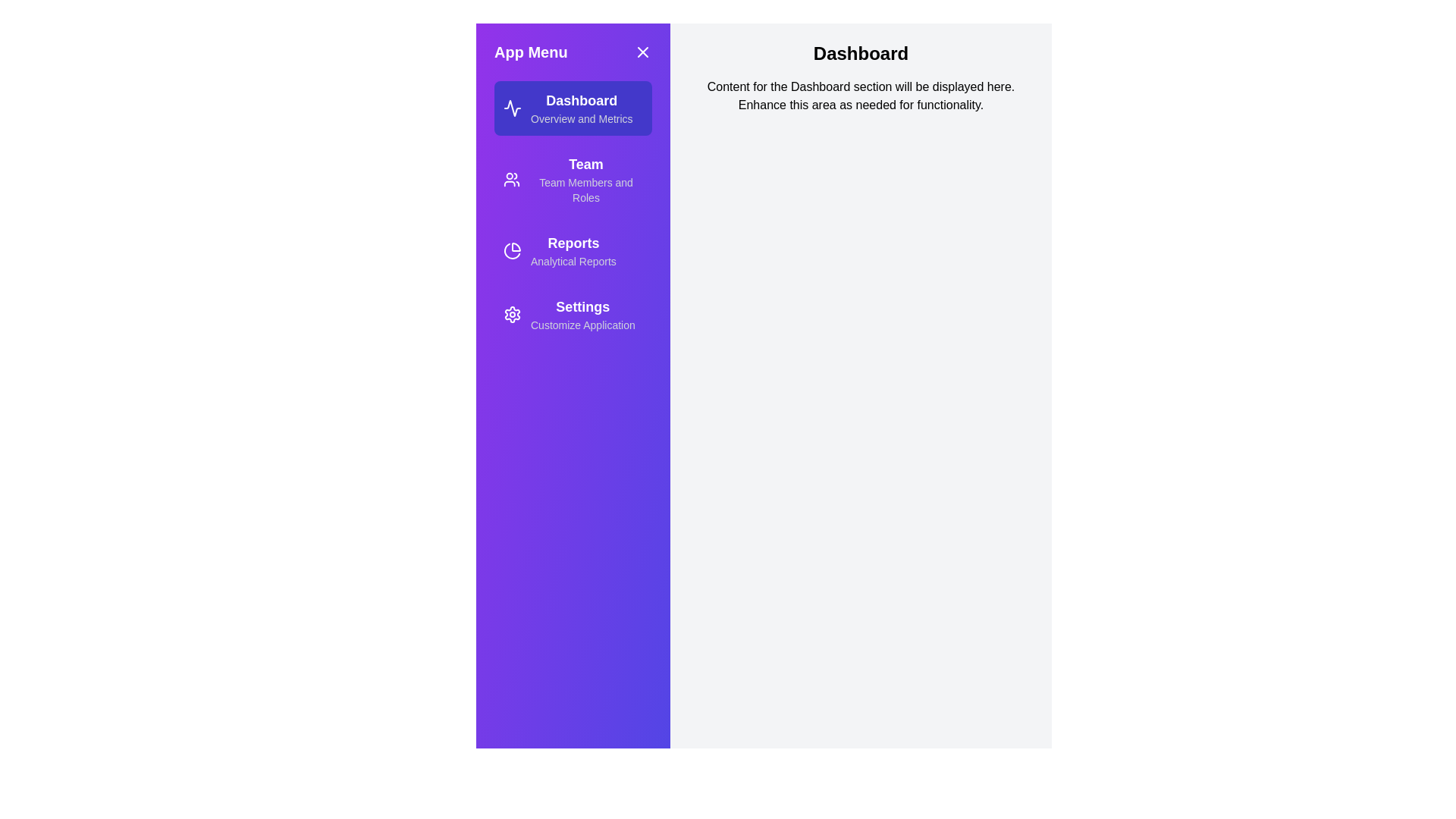  Describe the element at coordinates (572, 314) in the screenshot. I see `the menu item Settings to observe its visual effect` at that location.